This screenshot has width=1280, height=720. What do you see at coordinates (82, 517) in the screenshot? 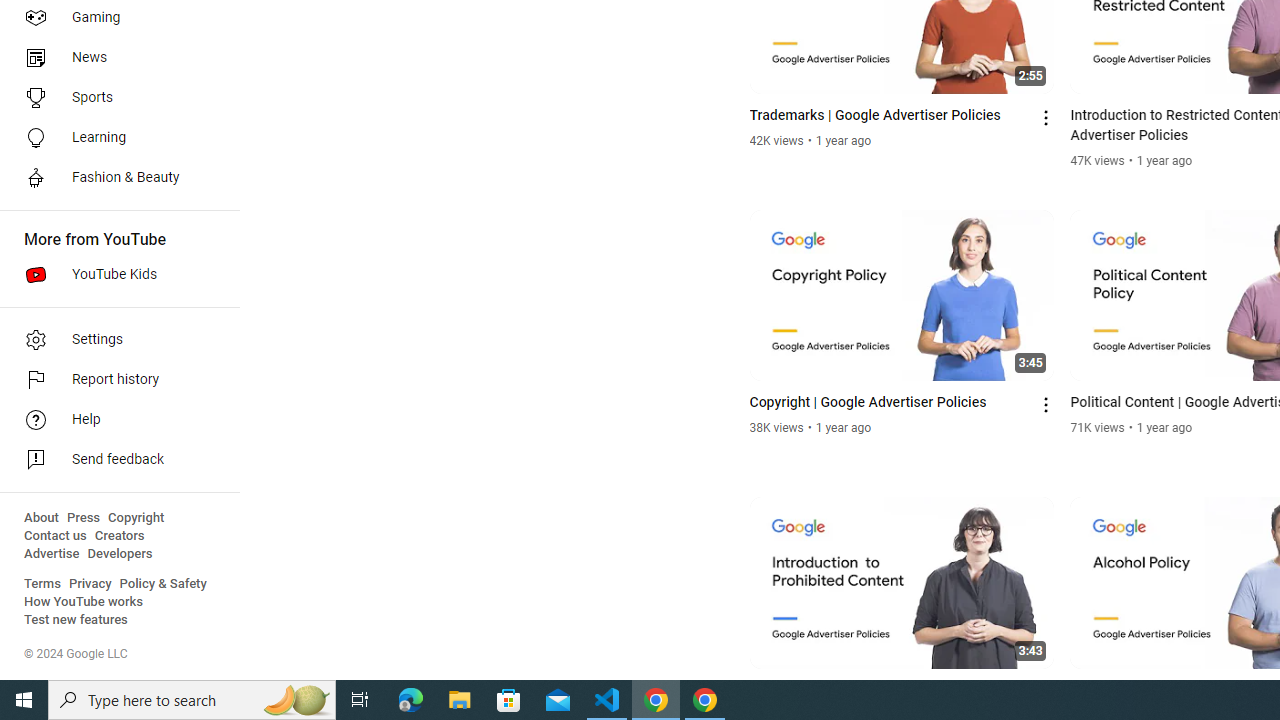
I see `'Press'` at bounding box center [82, 517].